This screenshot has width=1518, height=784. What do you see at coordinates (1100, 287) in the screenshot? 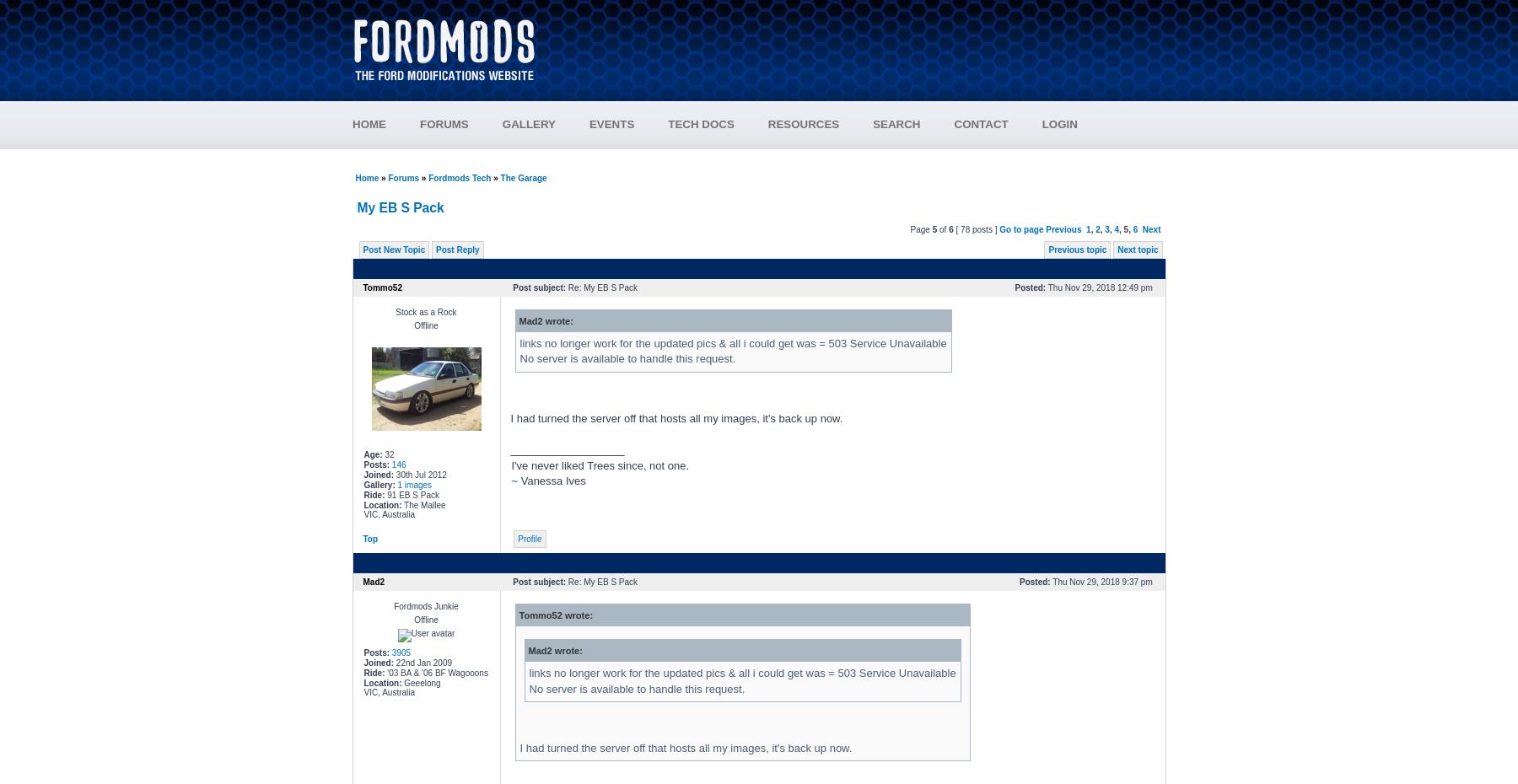
I see `'Thu Nov 29, 2018 12:49 pm'` at bounding box center [1100, 287].